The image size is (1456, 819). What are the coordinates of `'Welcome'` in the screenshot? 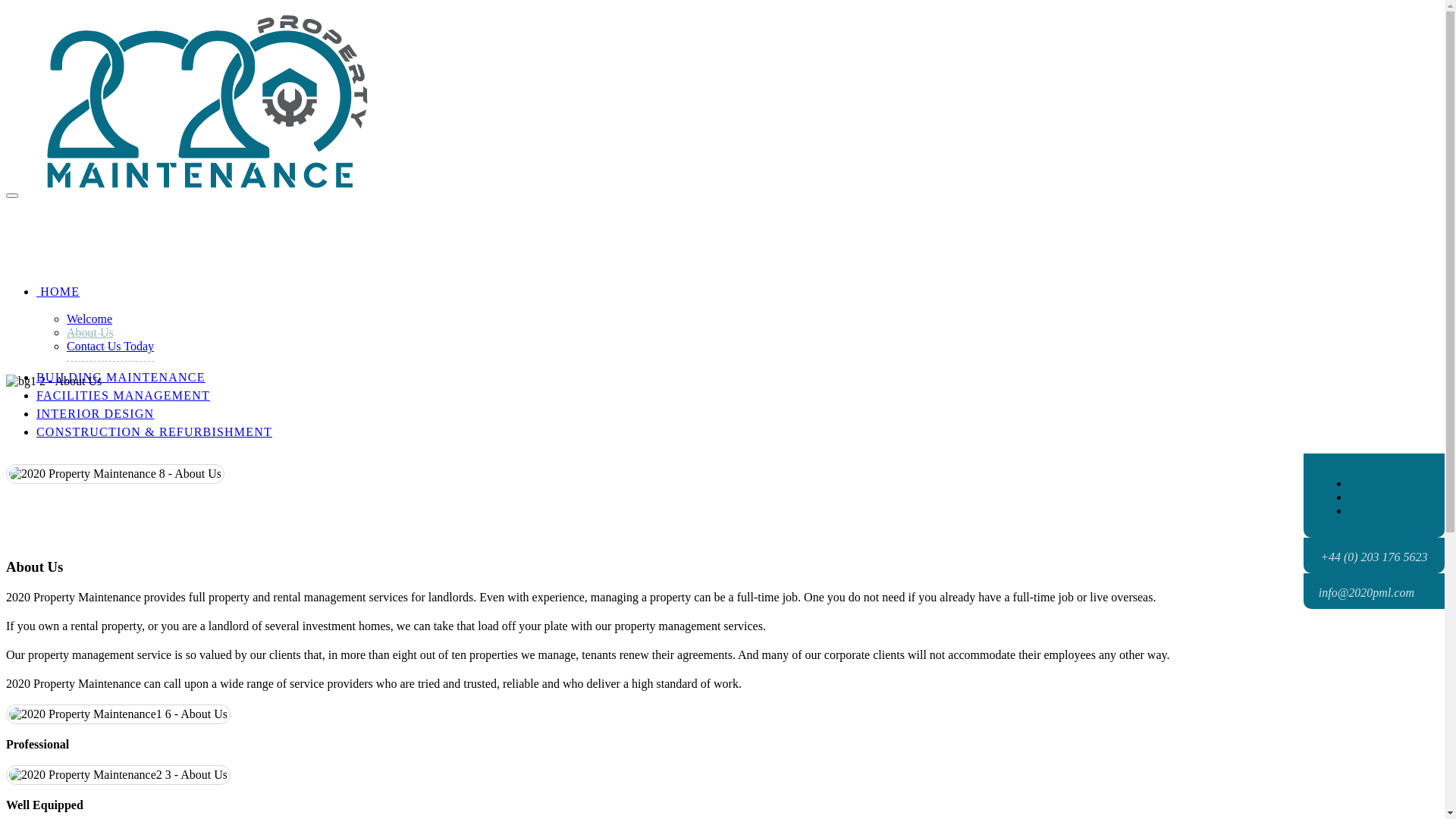 It's located at (89, 318).